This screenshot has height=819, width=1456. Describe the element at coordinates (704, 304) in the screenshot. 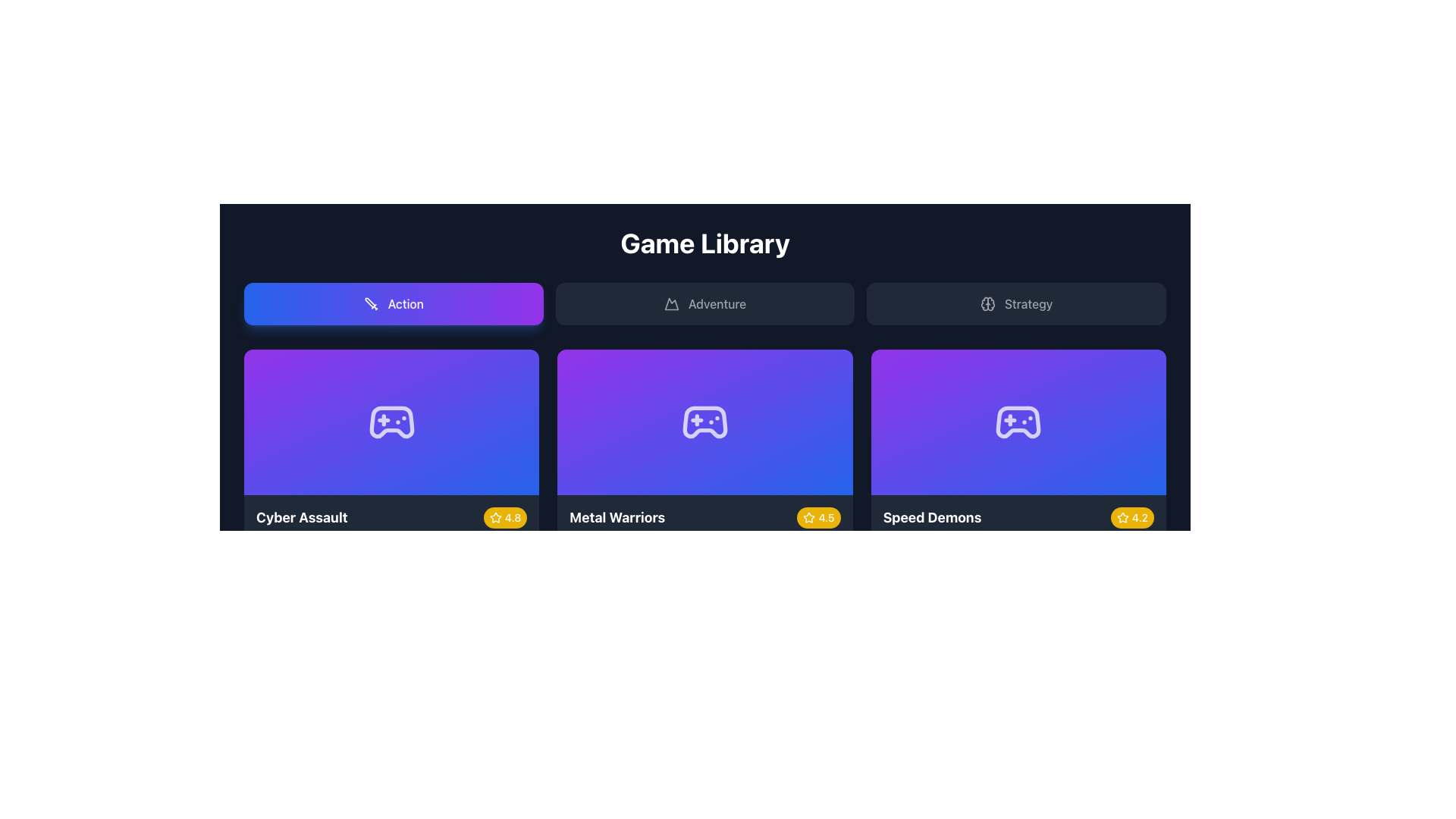

I see `the 'Adventure' category button located in the middle of the navigation bar to observe the hover effect` at that location.